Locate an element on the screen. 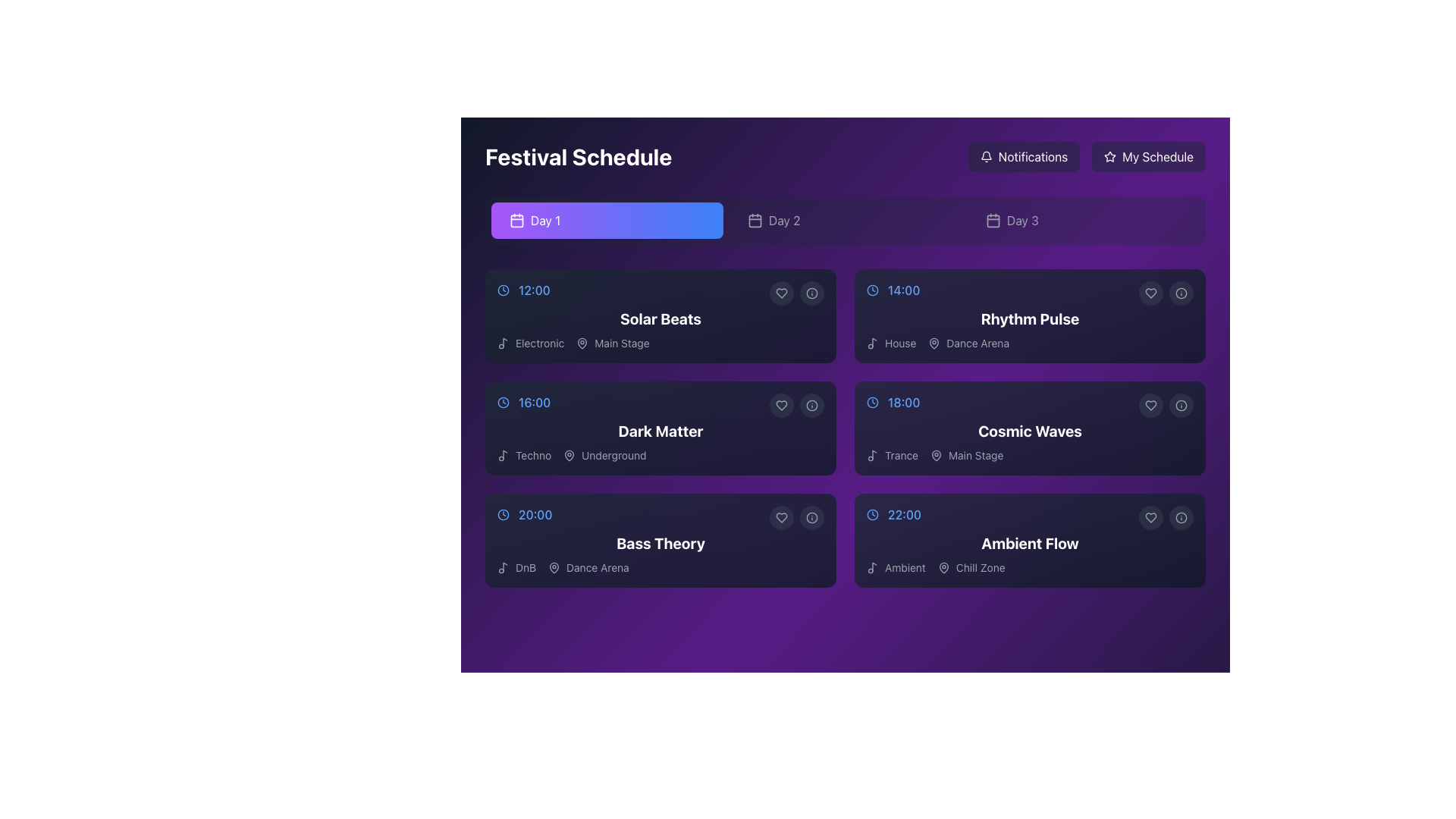  the map pin icon, which is styled with a rounded contour and a bottom-centered tip, located on the left side of the card labeled 'Dark Matter' in the schedule layout is located at coordinates (569, 455).